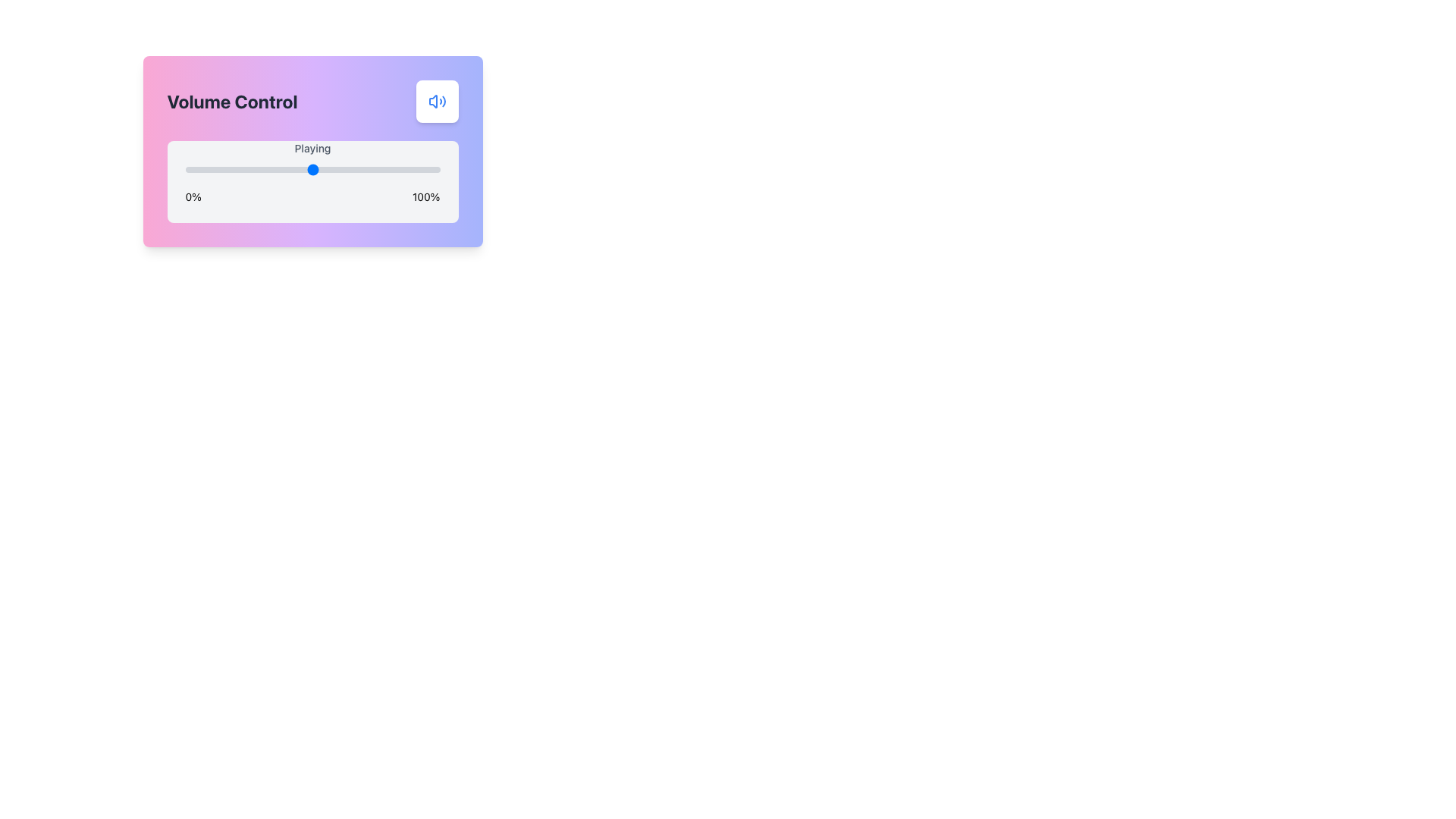 This screenshot has height=819, width=1456. I want to click on the playback position, so click(347, 169).